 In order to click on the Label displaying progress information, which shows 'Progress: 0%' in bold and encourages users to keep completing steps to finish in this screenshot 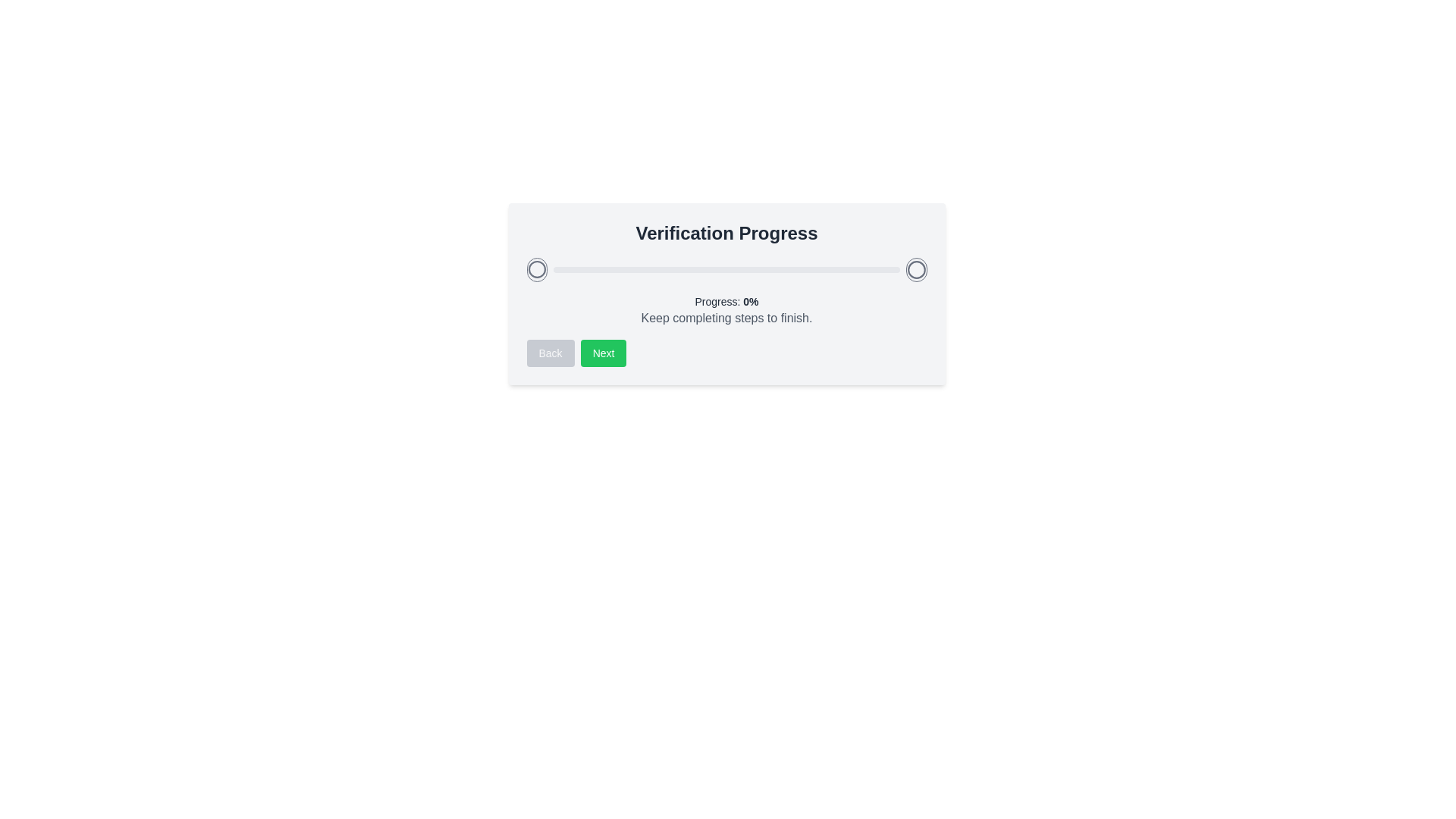, I will do `click(726, 309)`.